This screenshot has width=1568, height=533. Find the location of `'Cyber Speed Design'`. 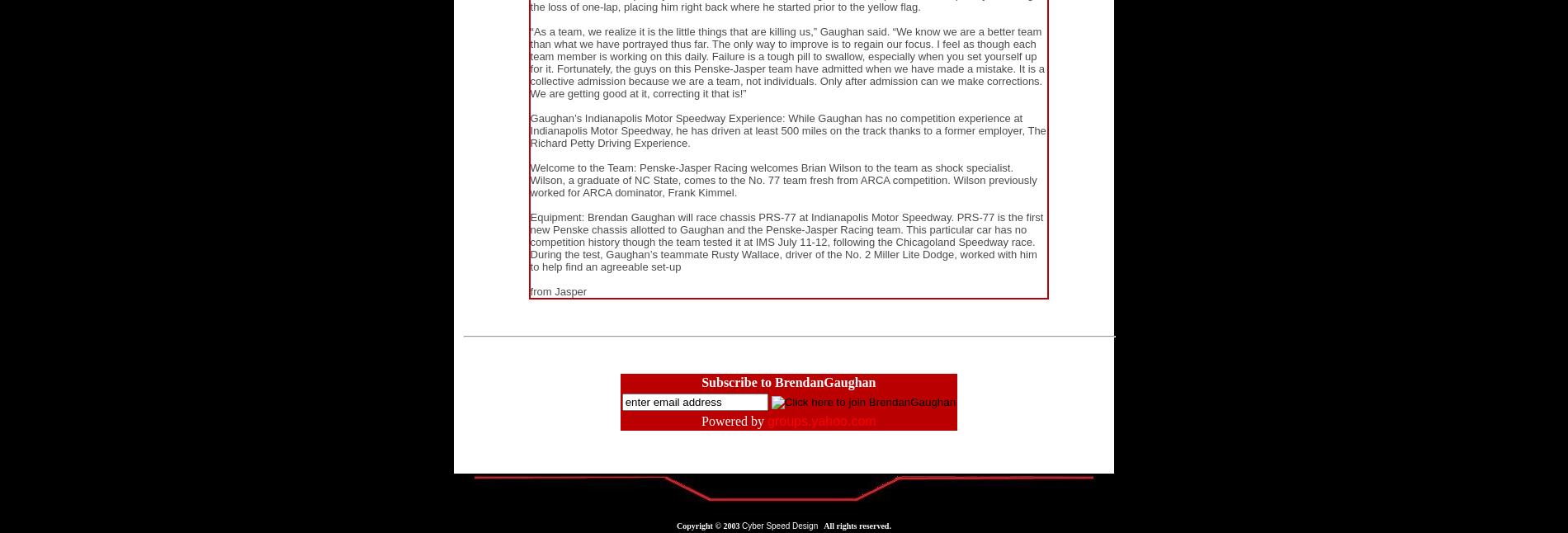

'Cyber Speed Design' is located at coordinates (778, 526).